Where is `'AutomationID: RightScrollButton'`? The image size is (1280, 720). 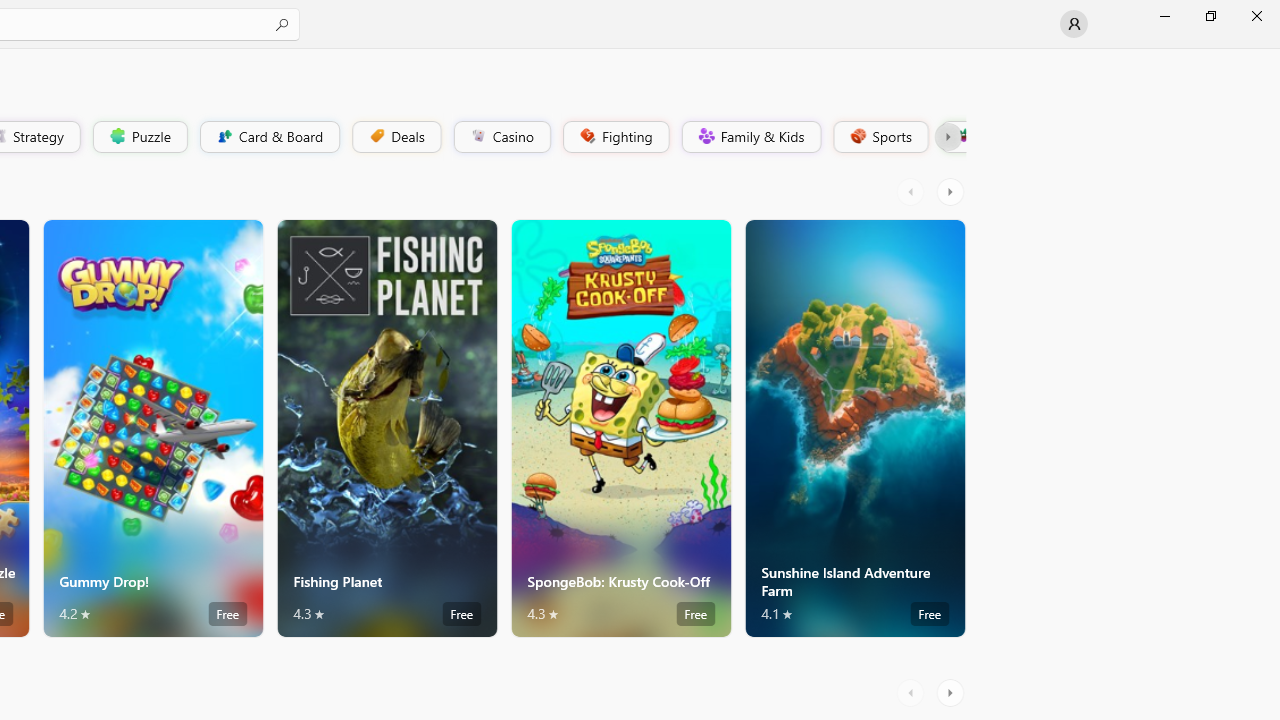
'AutomationID: RightScrollButton' is located at coordinates (951, 692).